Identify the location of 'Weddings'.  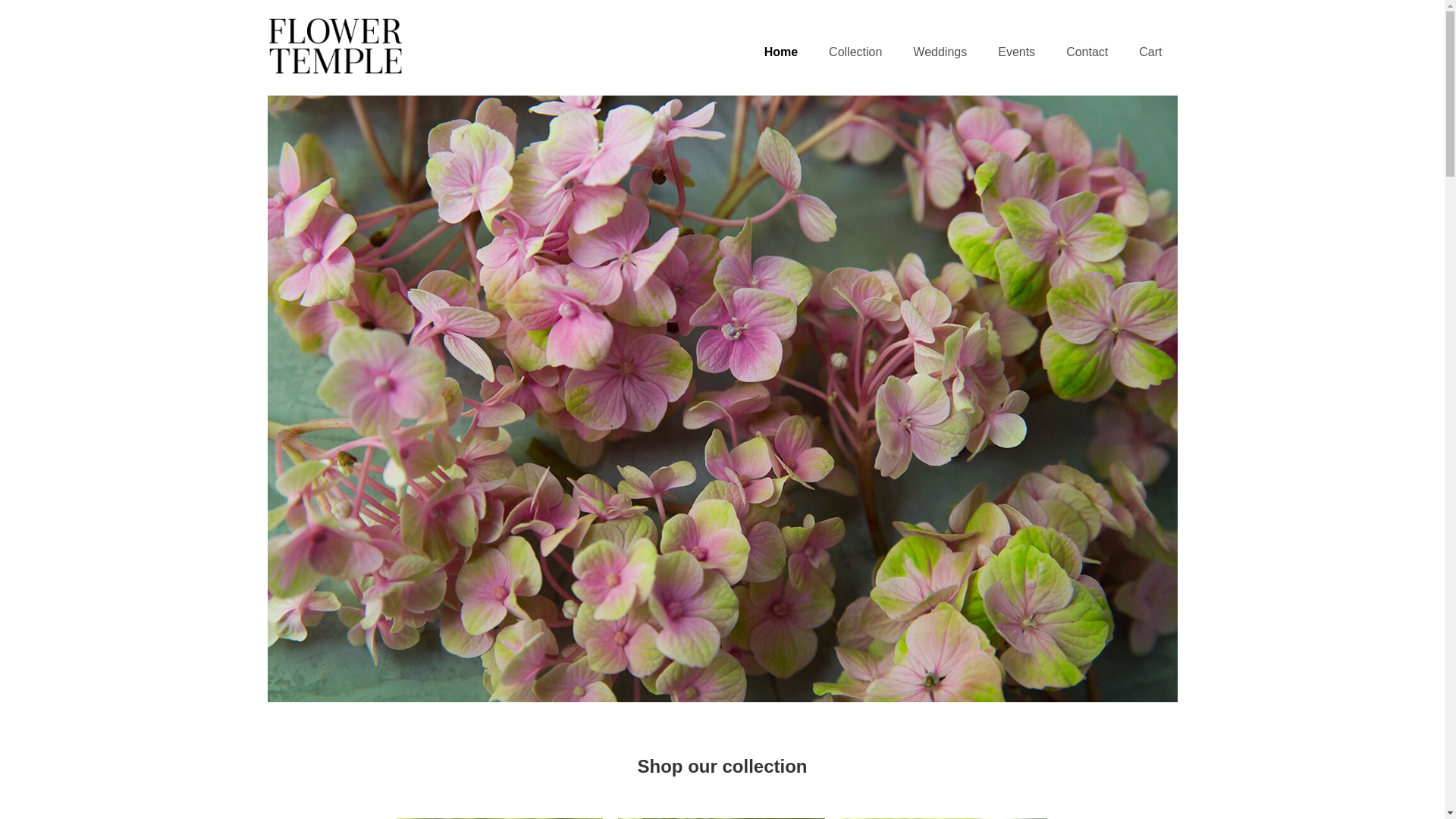
(939, 52).